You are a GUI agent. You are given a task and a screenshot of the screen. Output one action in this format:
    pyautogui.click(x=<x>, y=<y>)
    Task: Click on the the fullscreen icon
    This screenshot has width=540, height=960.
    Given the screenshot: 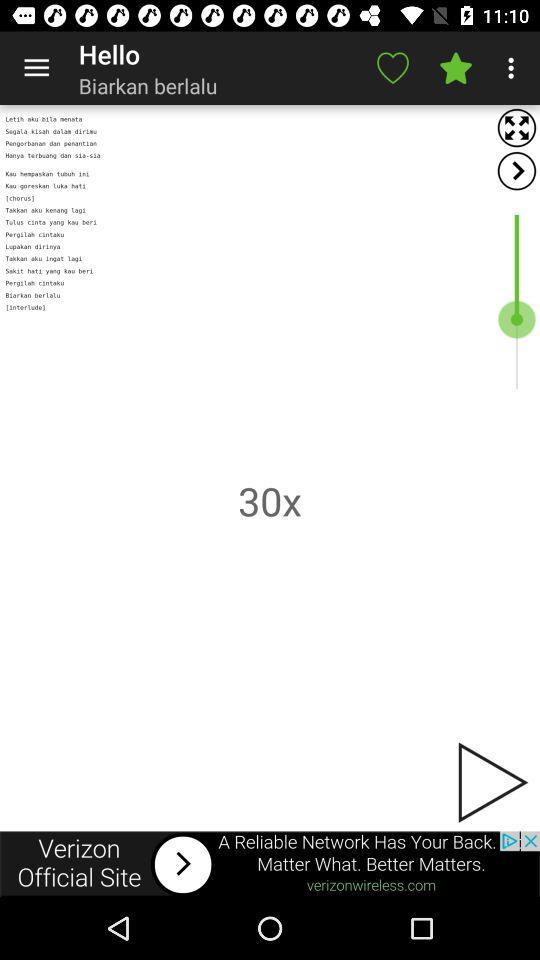 What is the action you would take?
    pyautogui.click(x=516, y=127)
    